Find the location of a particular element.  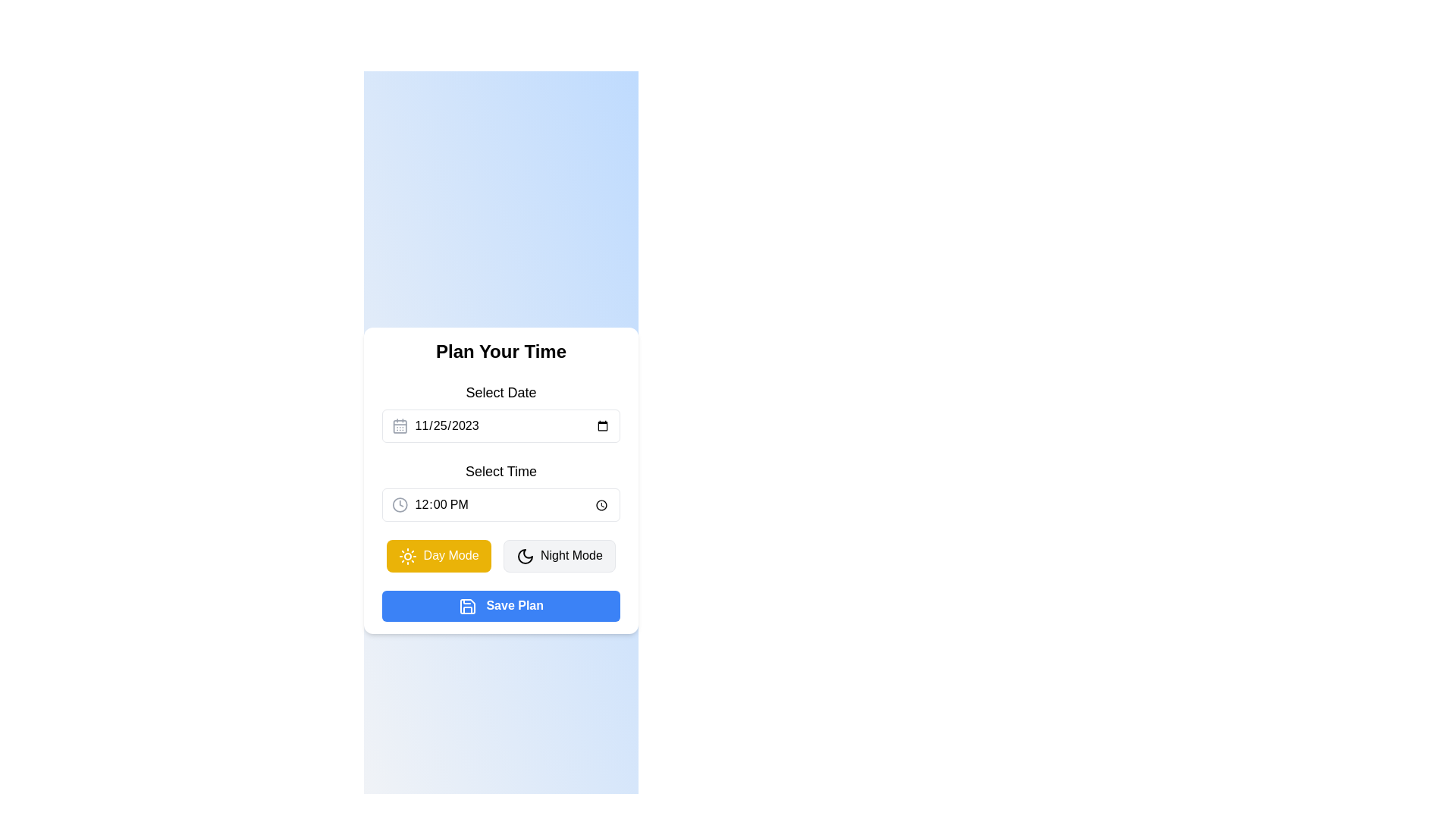

the Date Picker Input Field is located at coordinates (501, 412).